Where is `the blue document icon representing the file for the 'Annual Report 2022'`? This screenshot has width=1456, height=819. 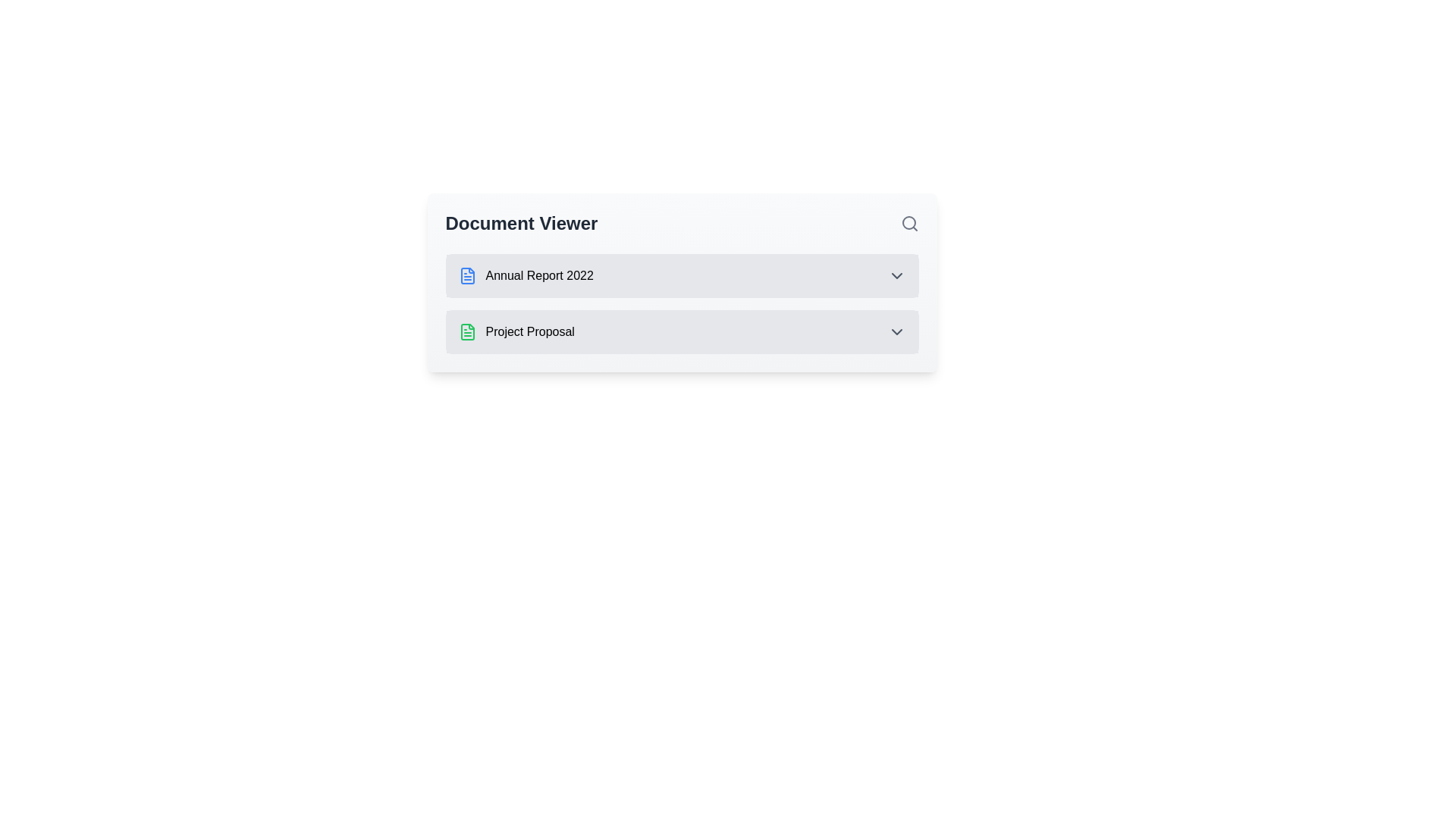 the blue document icon representing the file for the 'Annual Report 2022' is located at coordinates (466, 275).